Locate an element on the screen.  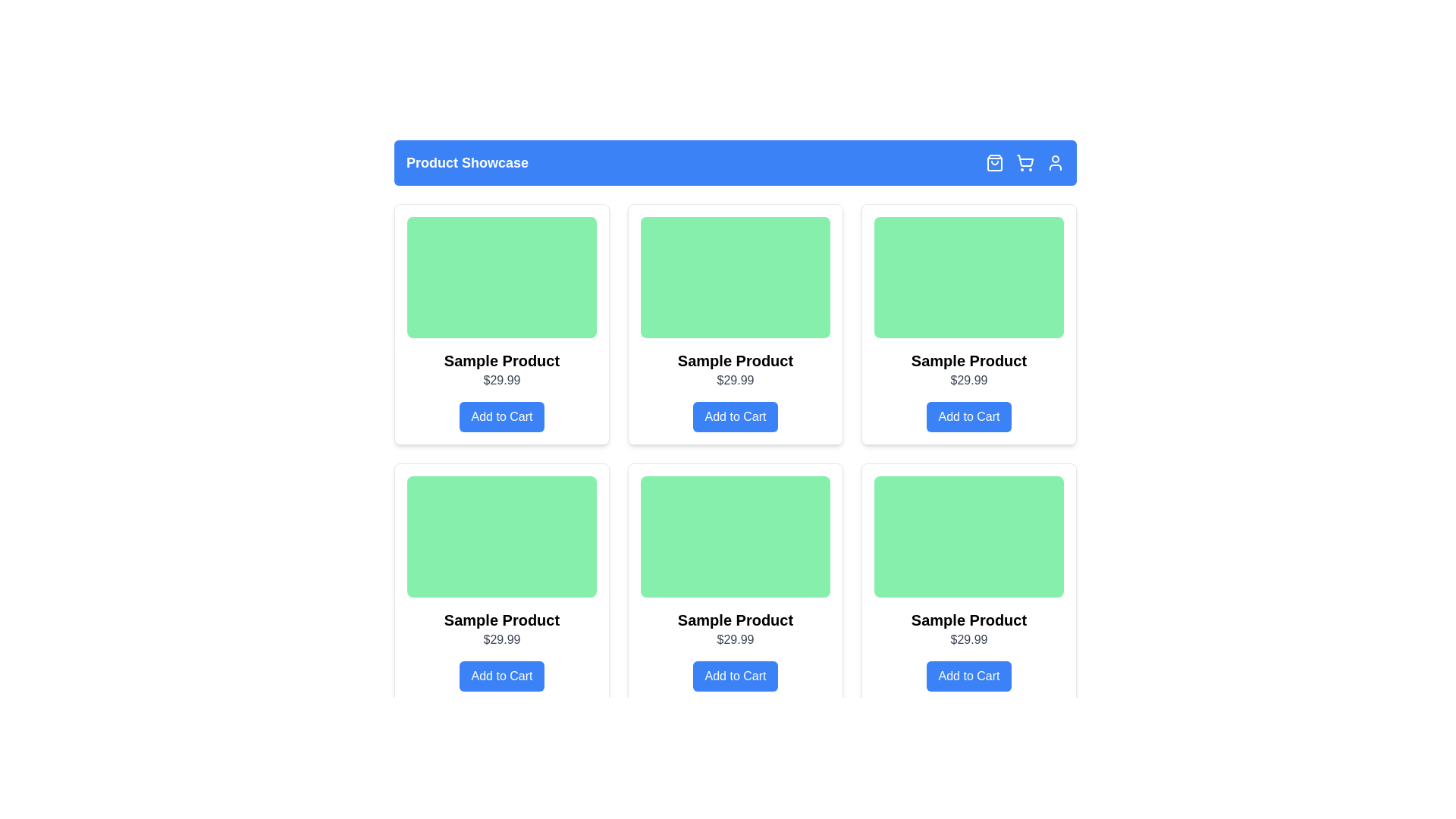
the graphical shopping cart icon located in the top navigation bar, positioned between the trash bin icon and the user profile icon is located at coordinates (1025, 161).